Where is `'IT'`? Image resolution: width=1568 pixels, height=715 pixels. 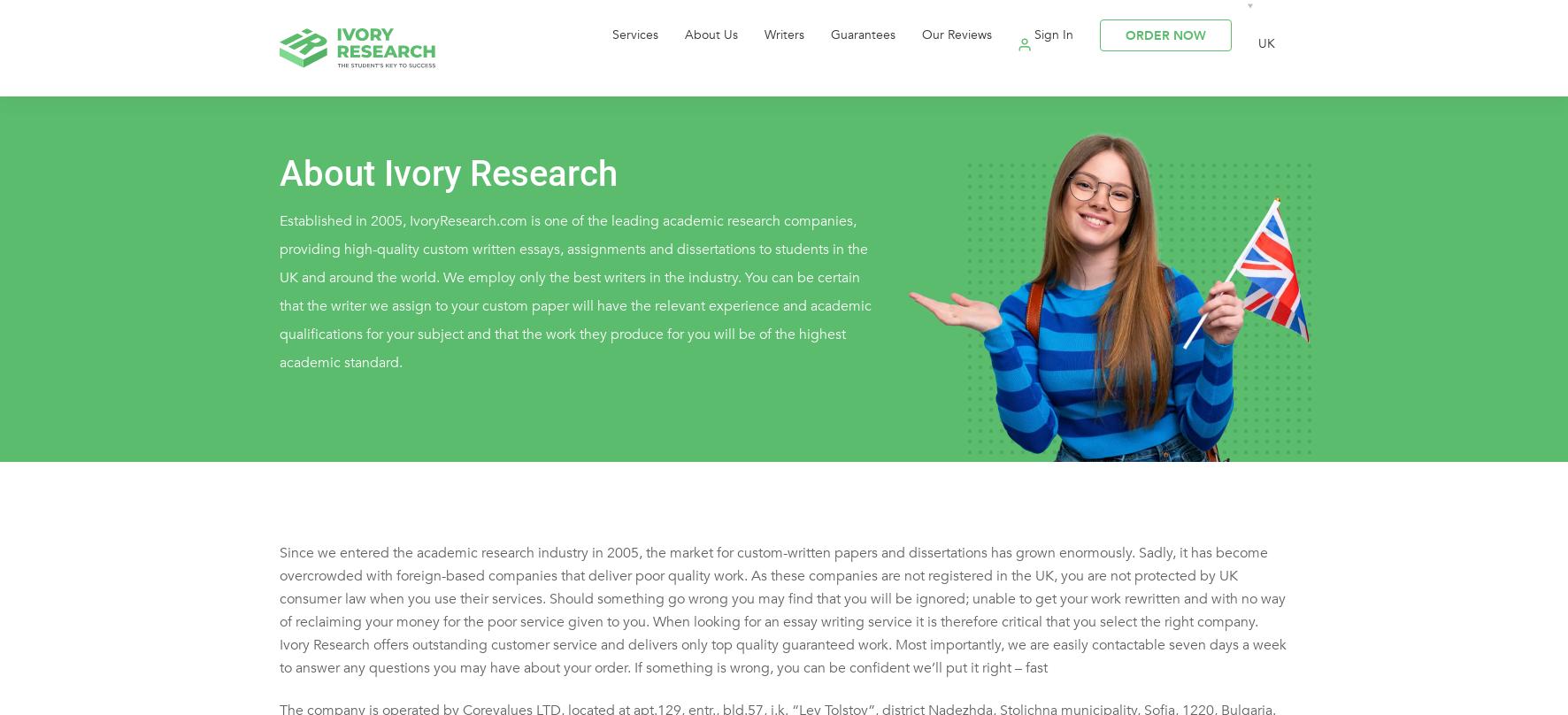
'IT' is located at coordinates (1226, 213).